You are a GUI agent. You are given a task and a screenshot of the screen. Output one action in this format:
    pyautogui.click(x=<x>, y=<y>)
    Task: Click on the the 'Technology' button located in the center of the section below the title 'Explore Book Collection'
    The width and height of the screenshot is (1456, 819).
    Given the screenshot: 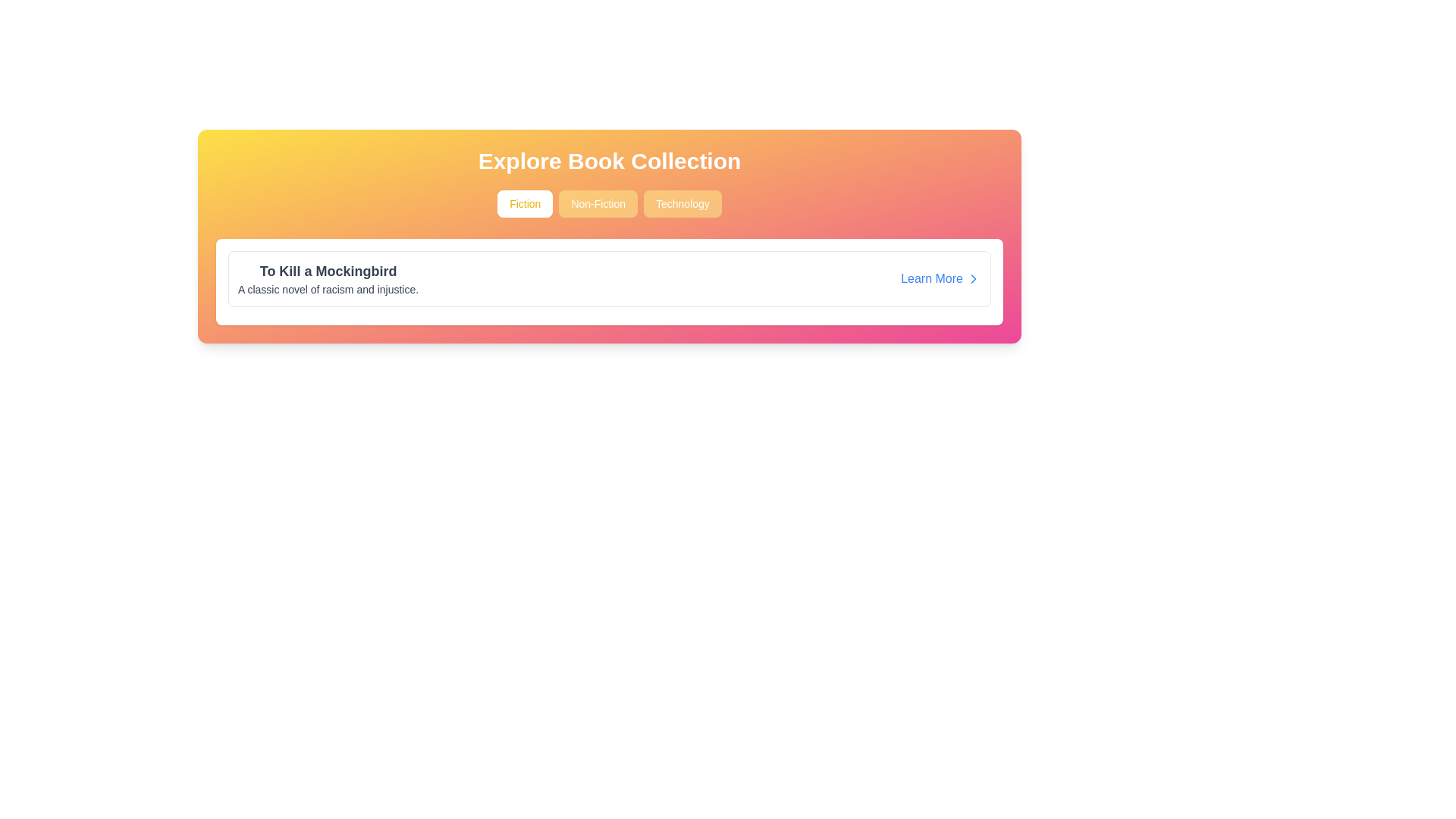 What is the action you would take?
    pyautogui.click(x=682, y=203)
    